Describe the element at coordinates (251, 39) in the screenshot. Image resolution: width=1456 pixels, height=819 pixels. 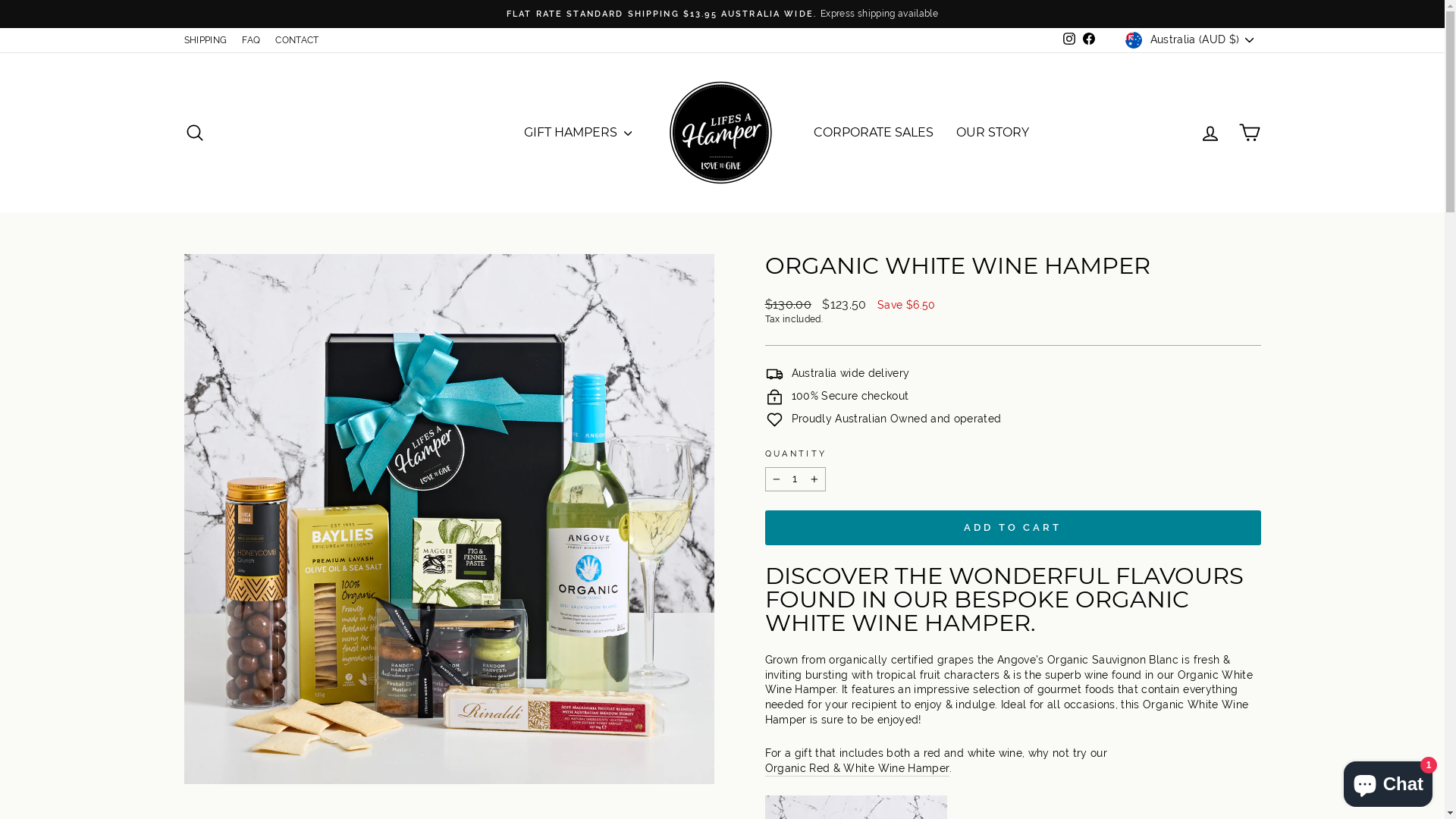
I see `'FAQ'` at that location.